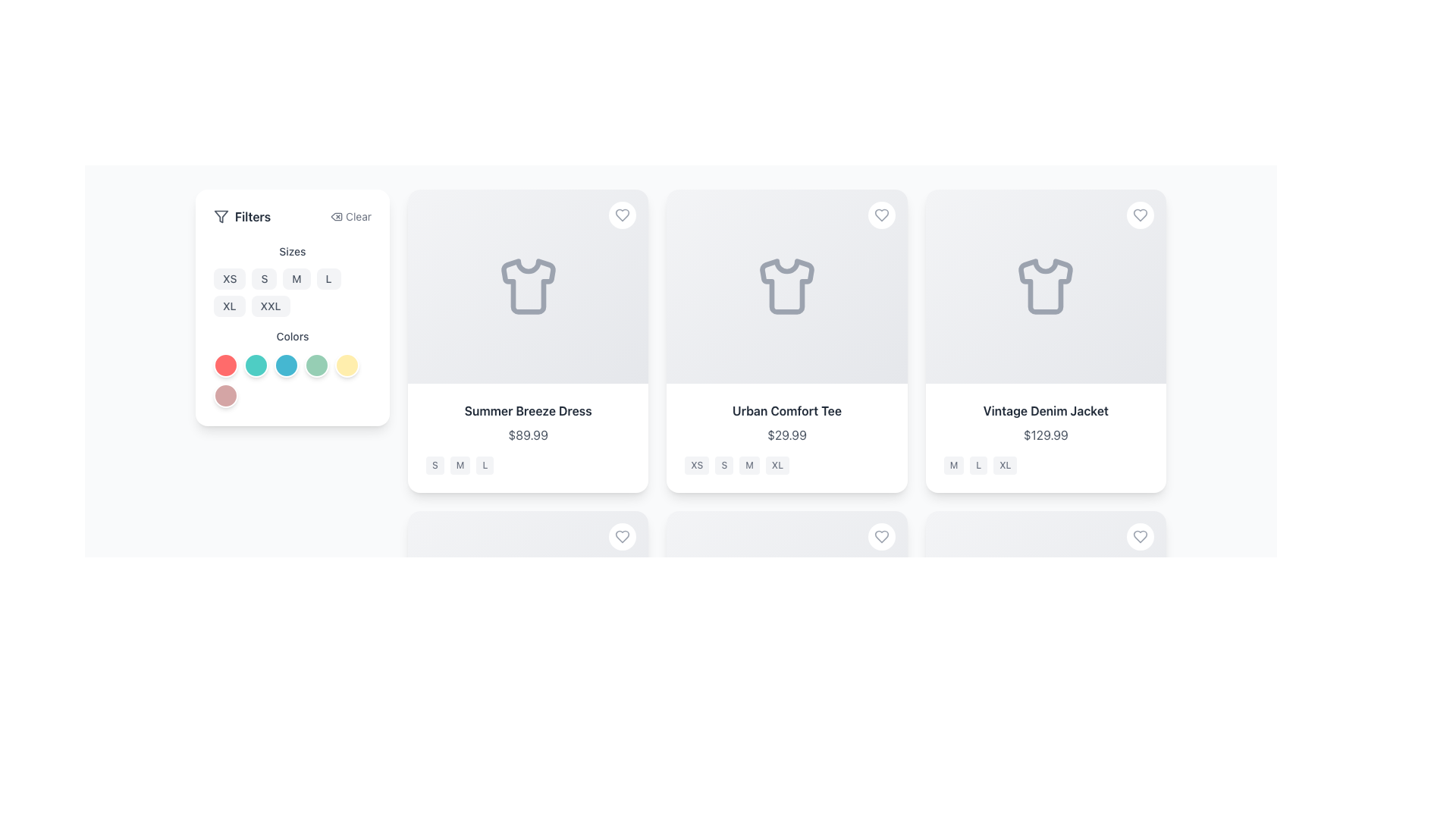  Describe the element at coordinates (297, 278) in the screenshot. I see `the 'M' button with rounded corners located in the 'Sizes' section under the 'Filters' heading` at that location.